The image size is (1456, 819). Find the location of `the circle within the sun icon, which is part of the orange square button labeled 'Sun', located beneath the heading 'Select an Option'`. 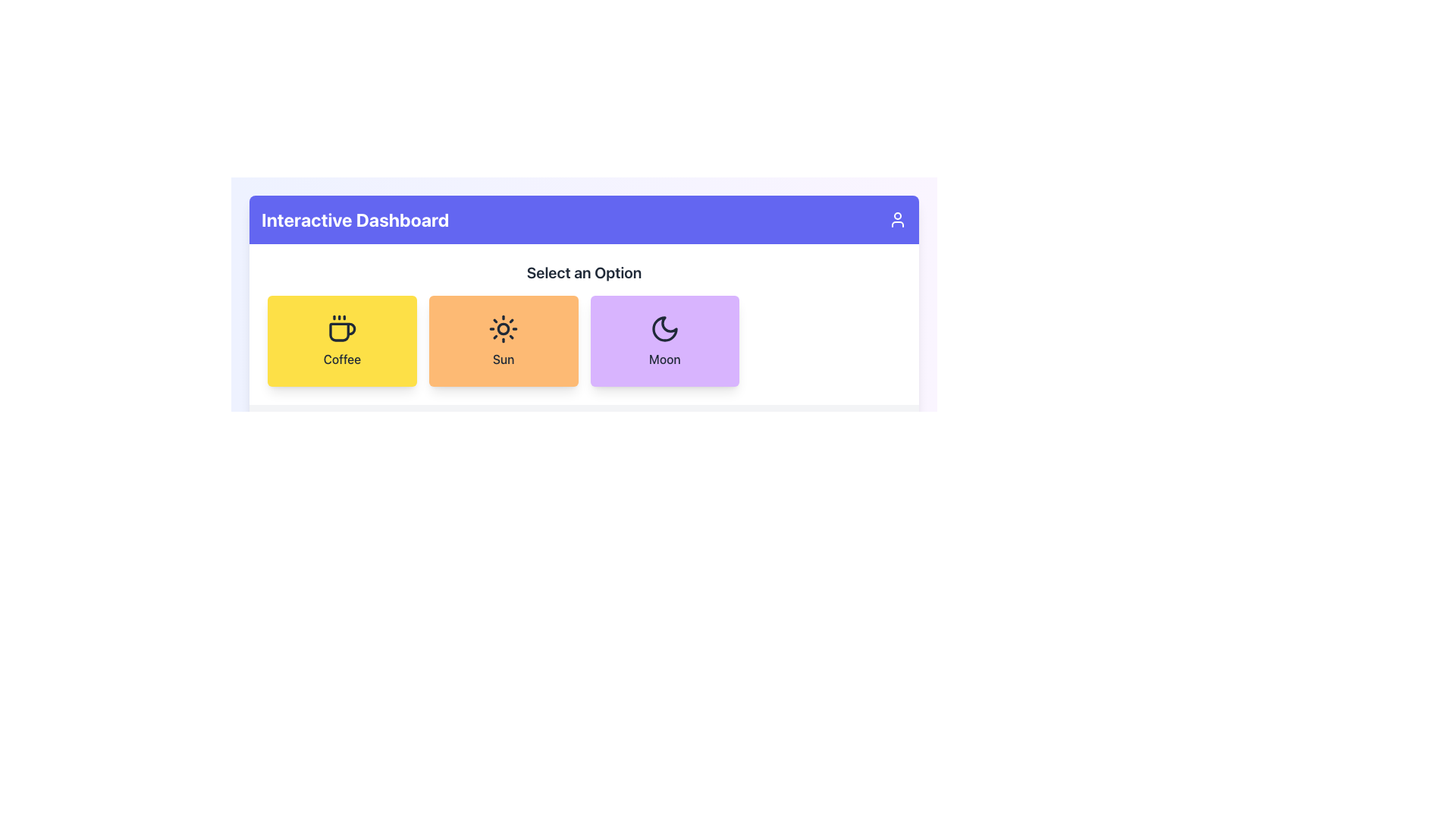

the circle within the sun icon, which is part of the orange square button labeled 'Sun', located beneath the heading 'Select an Option' is located at coordinates (504, 328).